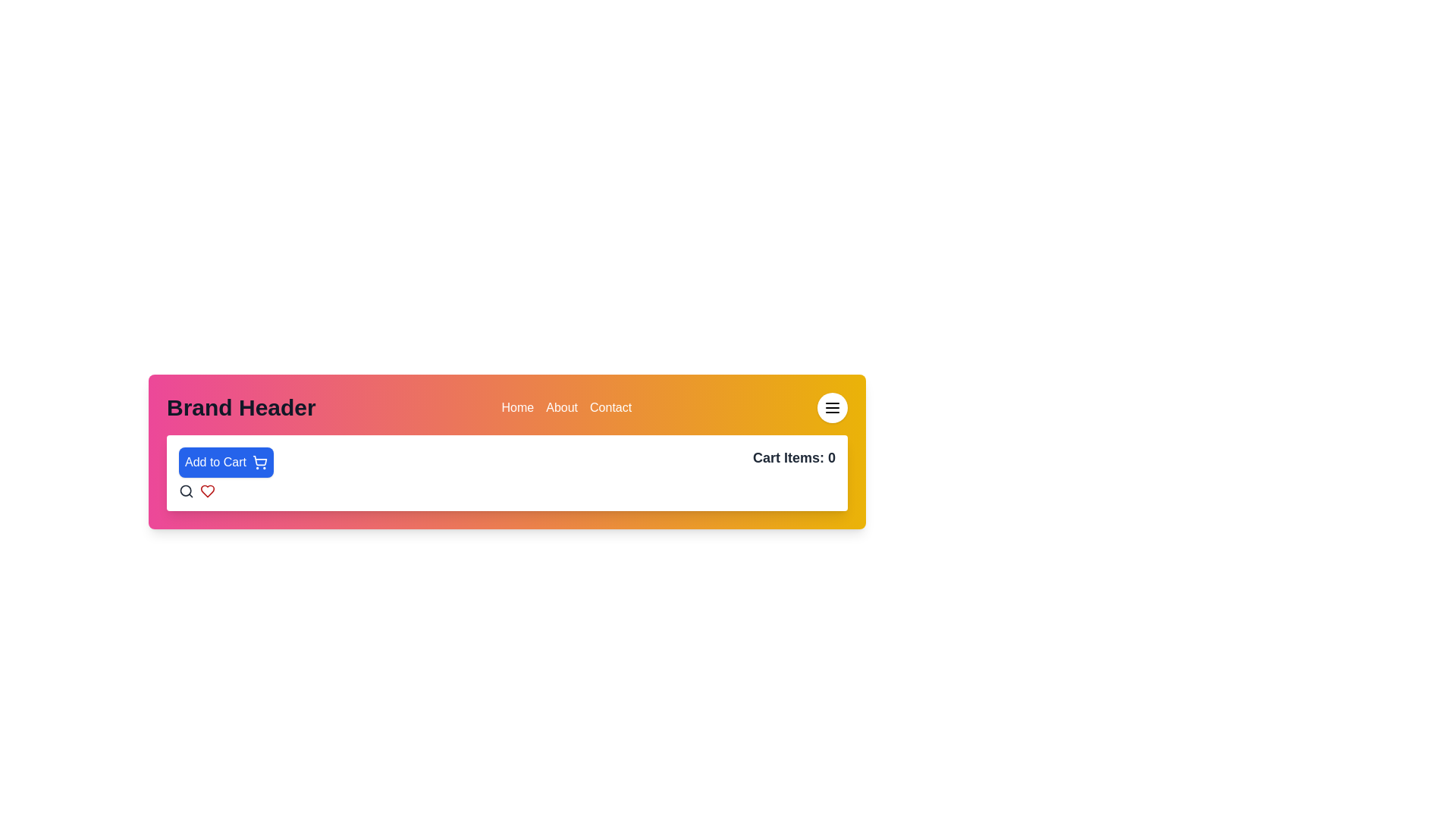 The width and height of the screenshot is (1456, 819). I want to click on the 'Cart Items: 0' text label element, which is a large, bold, gray text located in the header section, right-aligned next to the menu icon, so click(793, 461).